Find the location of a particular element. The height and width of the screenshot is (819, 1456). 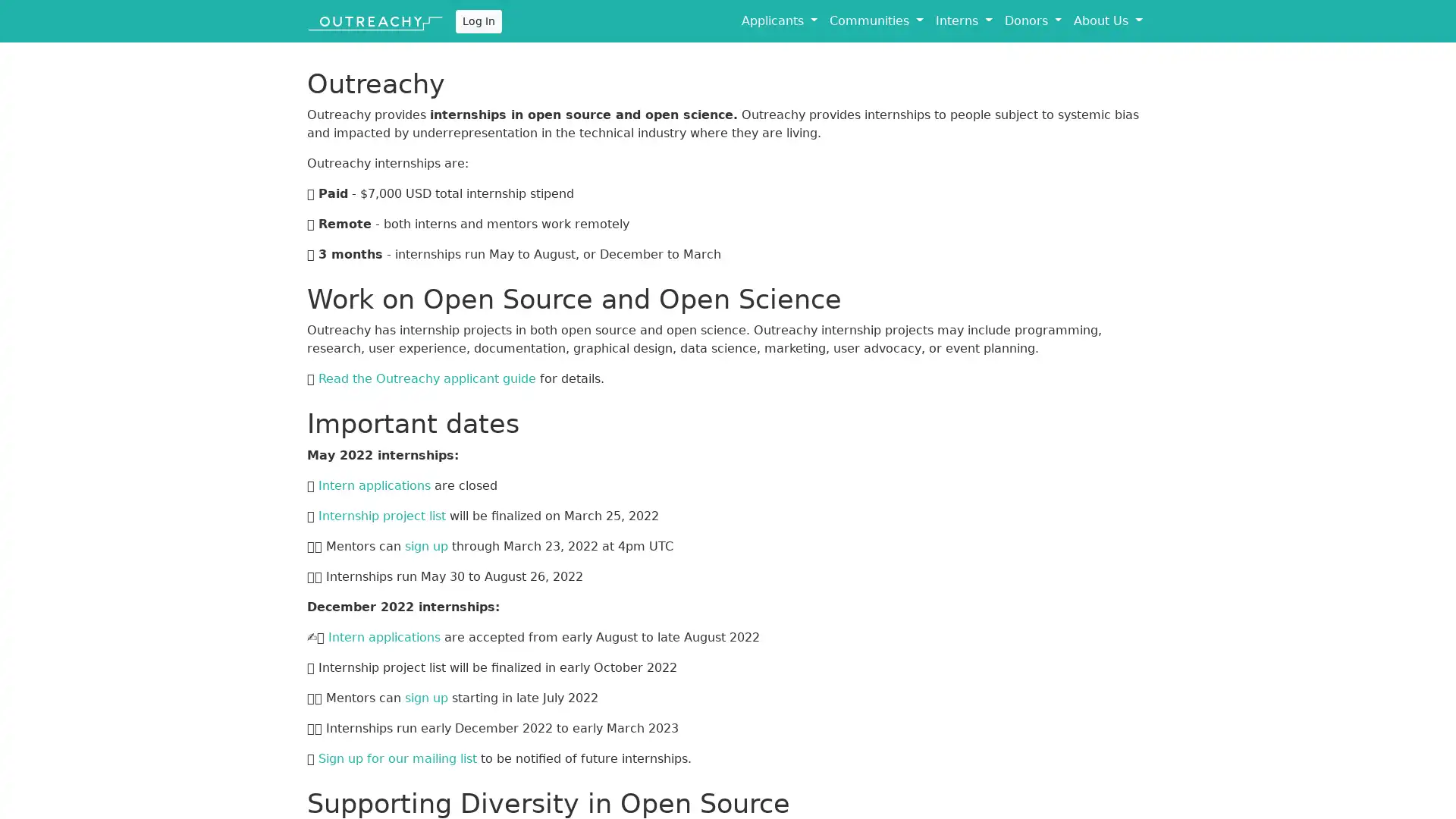

Log In is located at coordinates (478, 20).